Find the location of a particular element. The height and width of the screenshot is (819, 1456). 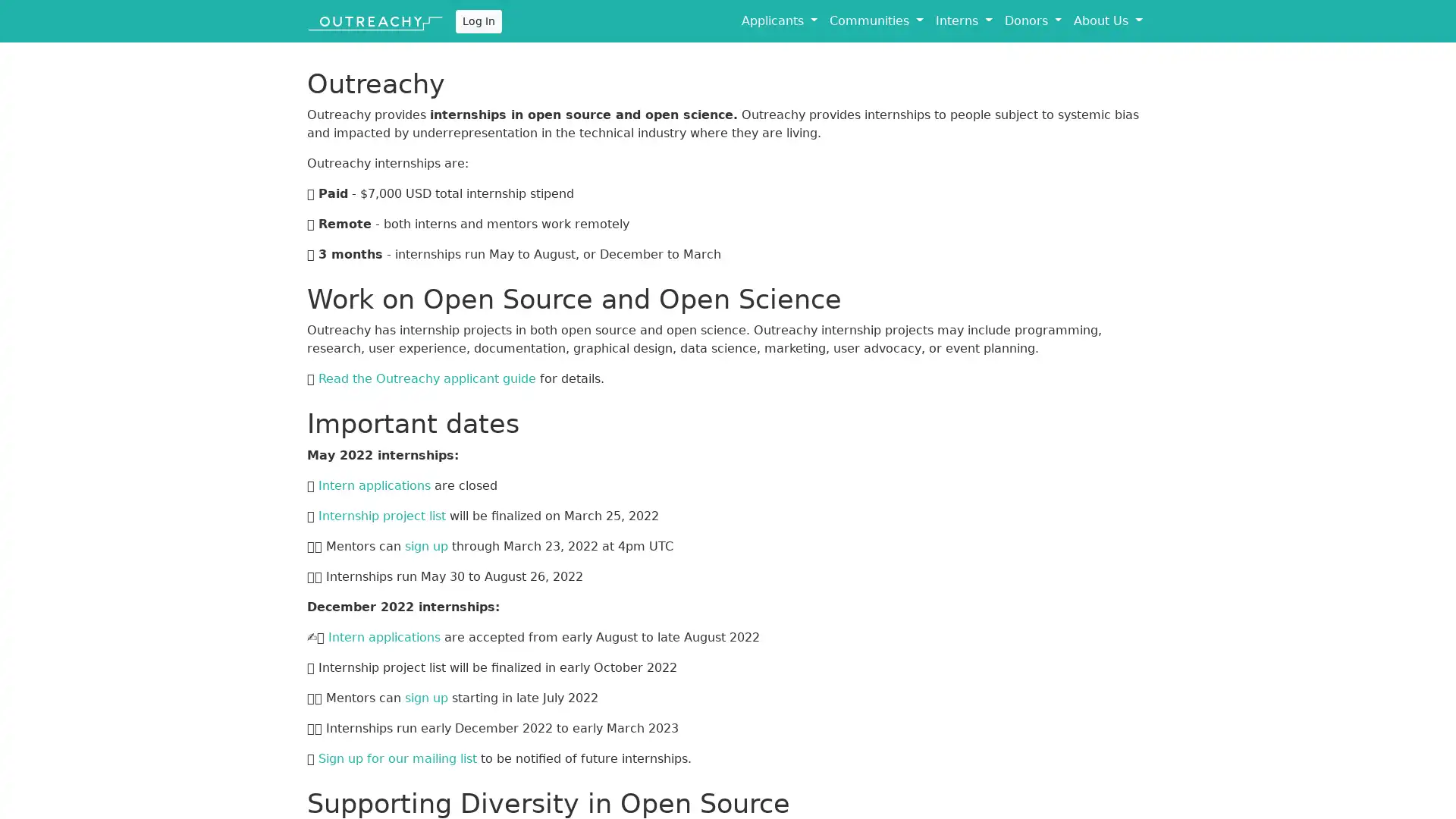

Log In is located at coordinates (478, 20).